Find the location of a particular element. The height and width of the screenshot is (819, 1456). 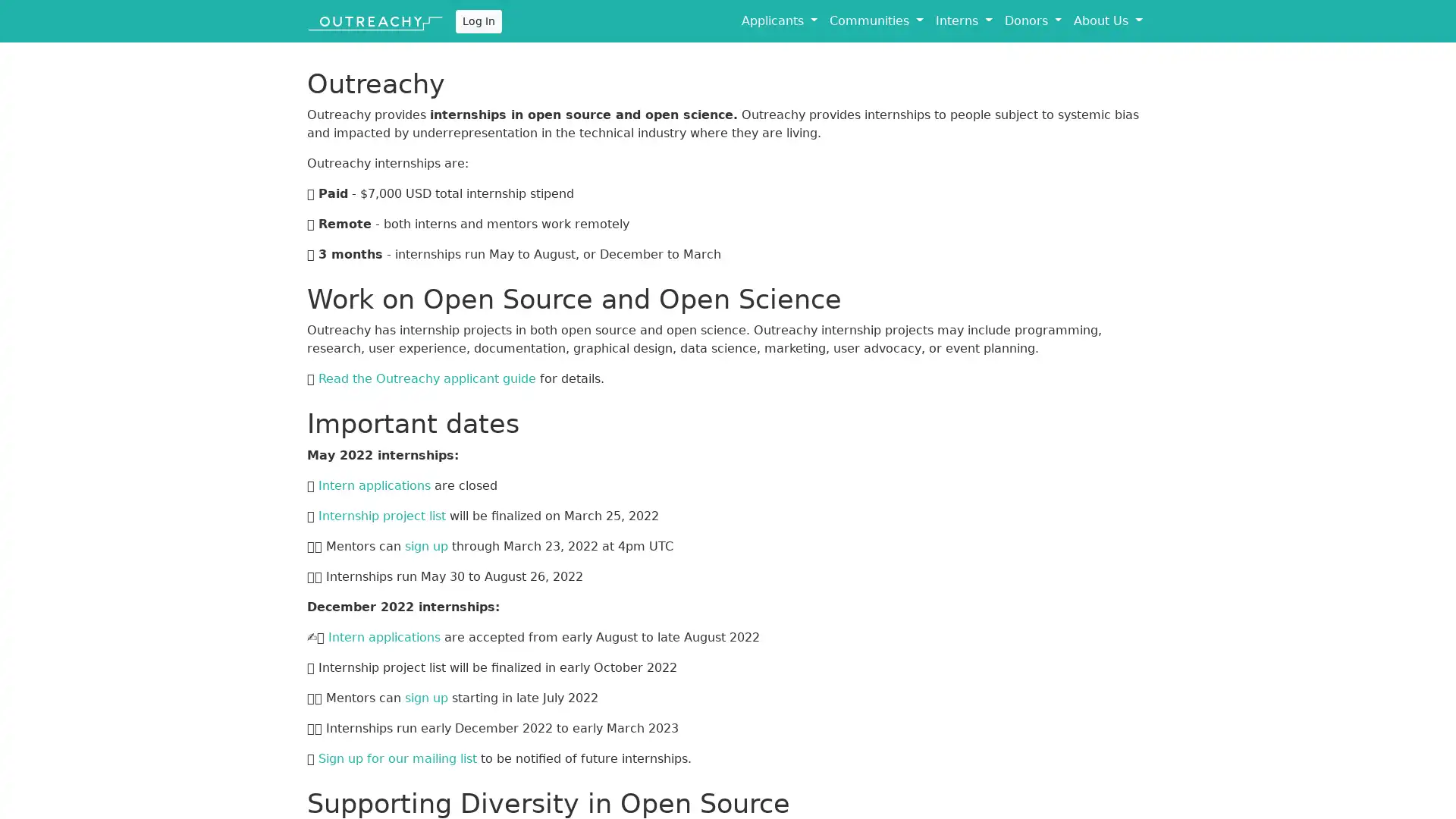

Log In is located at coordinates (478, 20).